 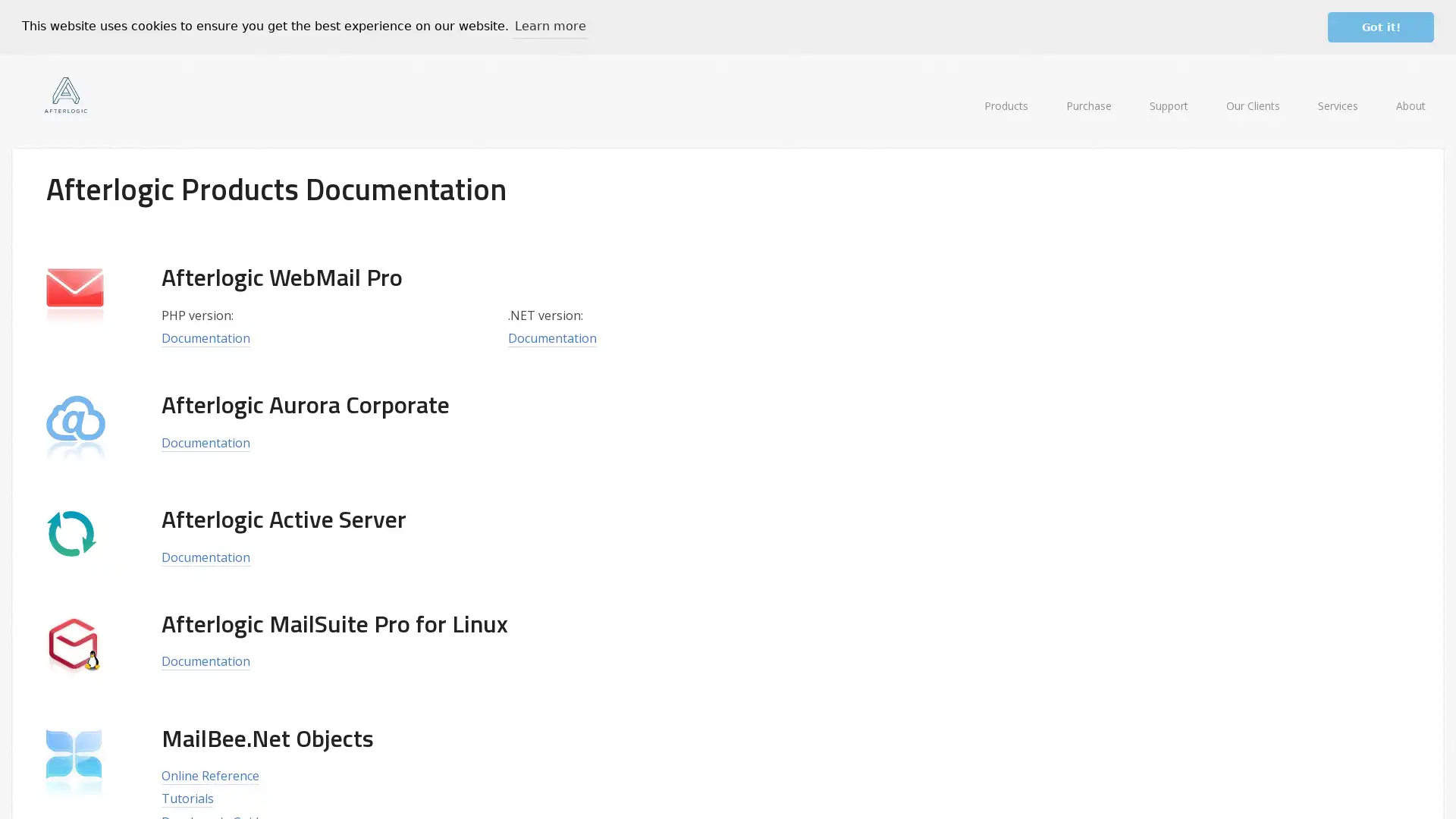 What do you see at coordinates (549, 27) in the screenshot?
I see `learn more about cookies` at bounding box center [549, 27].